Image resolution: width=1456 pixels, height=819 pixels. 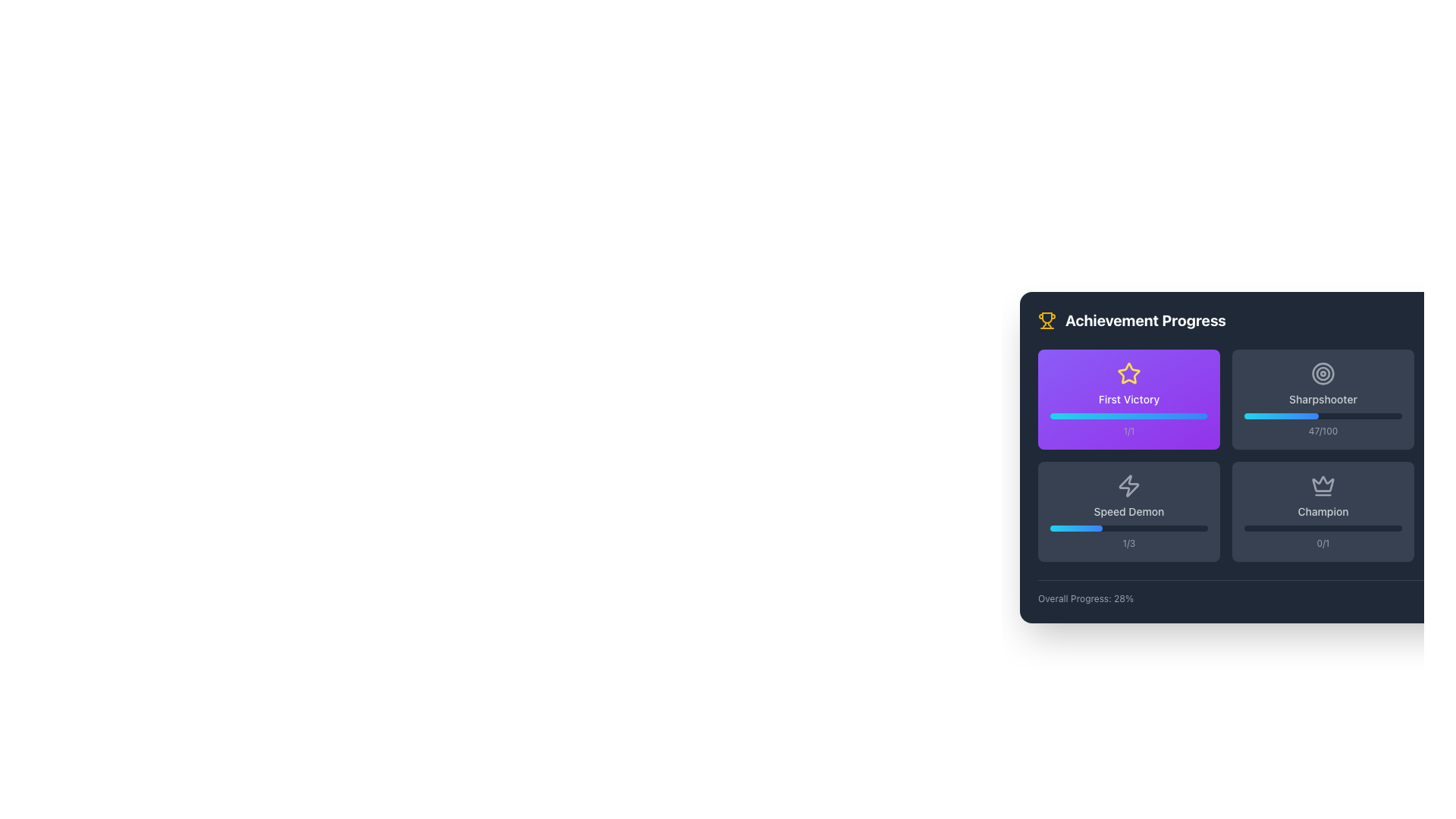 What do you see at coordinates (1323, 485) in the screenshot?
I see `the minimalist crown icon located in the bottom-right corner of the achievement progress section, above the 'Champion' label` at bounding box center [1323, 485].